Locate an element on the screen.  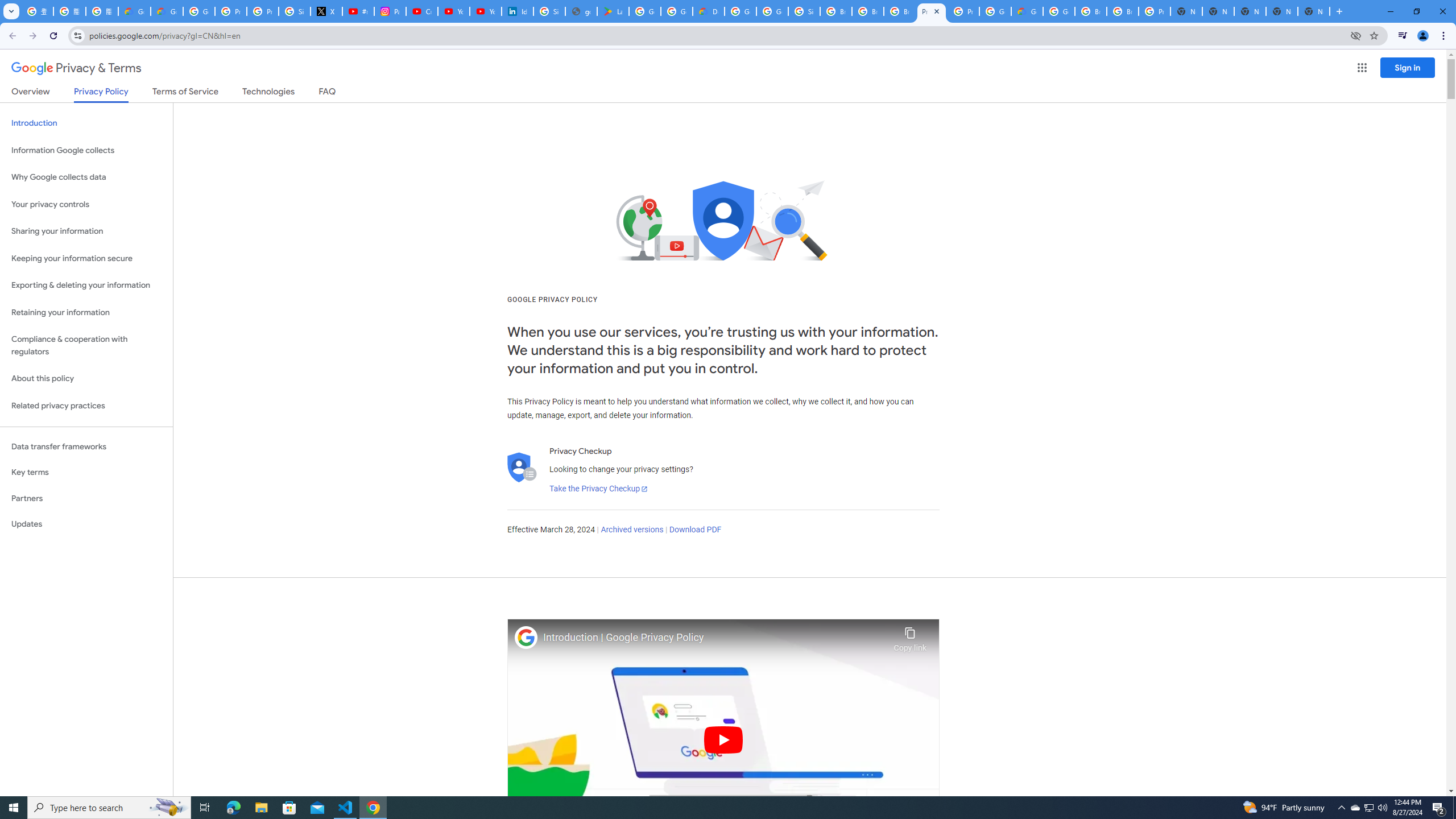
'Google Cloud Platform' is located at coordinates (994, 11).